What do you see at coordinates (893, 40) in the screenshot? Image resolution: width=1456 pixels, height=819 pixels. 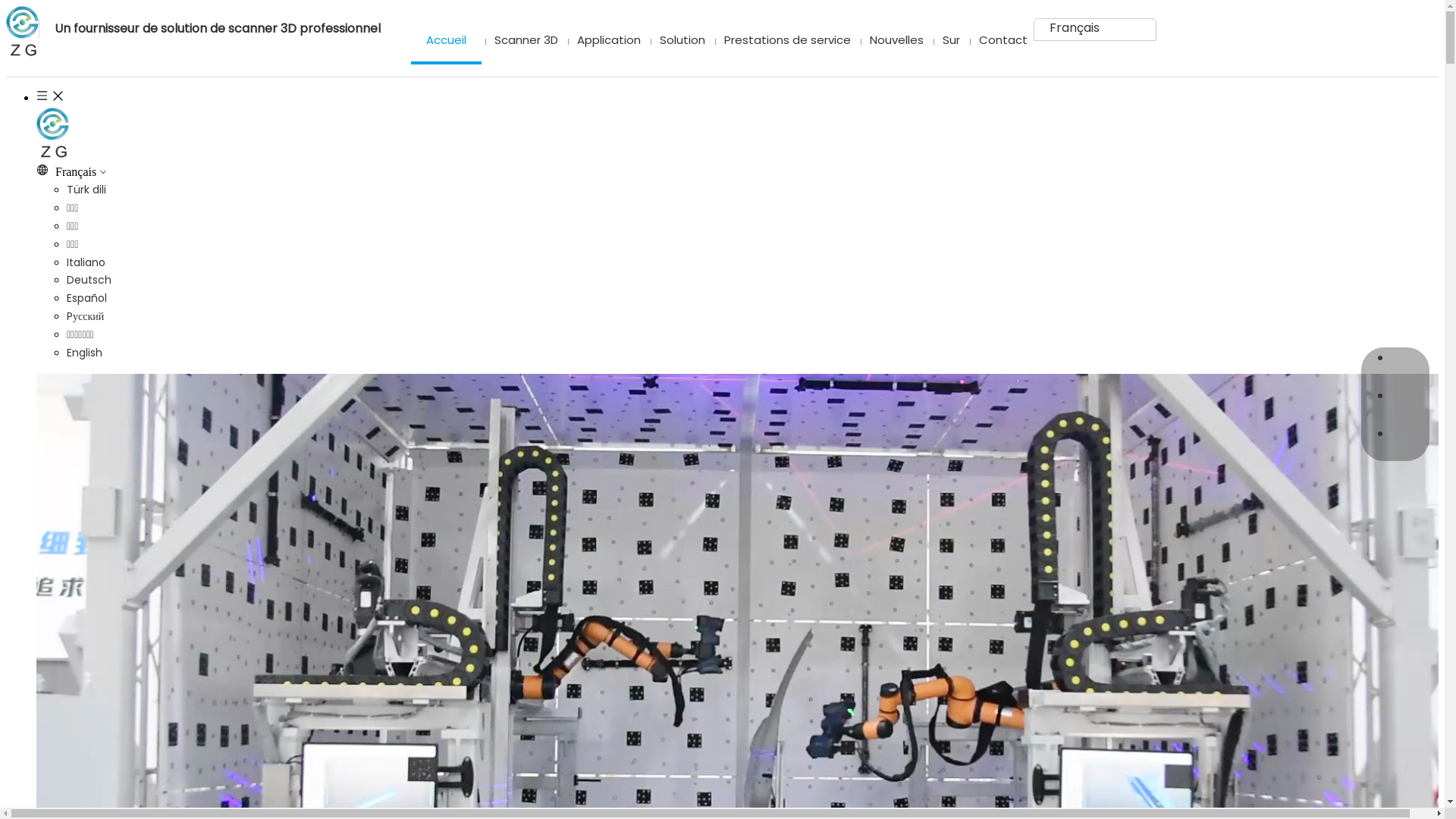 I see `'Nouvelles'` at bounding box center [893, 40].